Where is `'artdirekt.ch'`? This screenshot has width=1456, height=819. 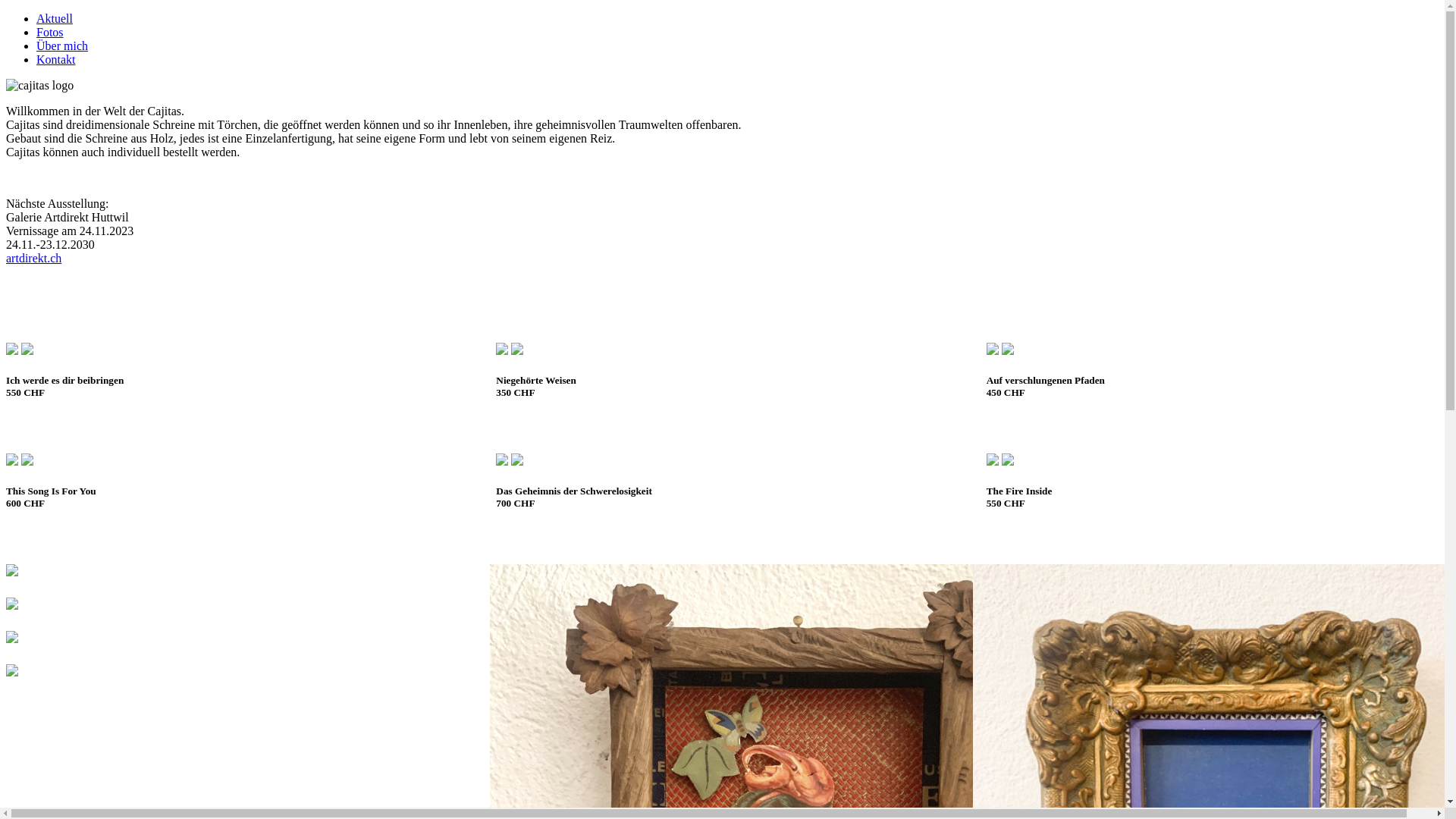 'artdirekt.ch' is located at coordinates (33, 257).